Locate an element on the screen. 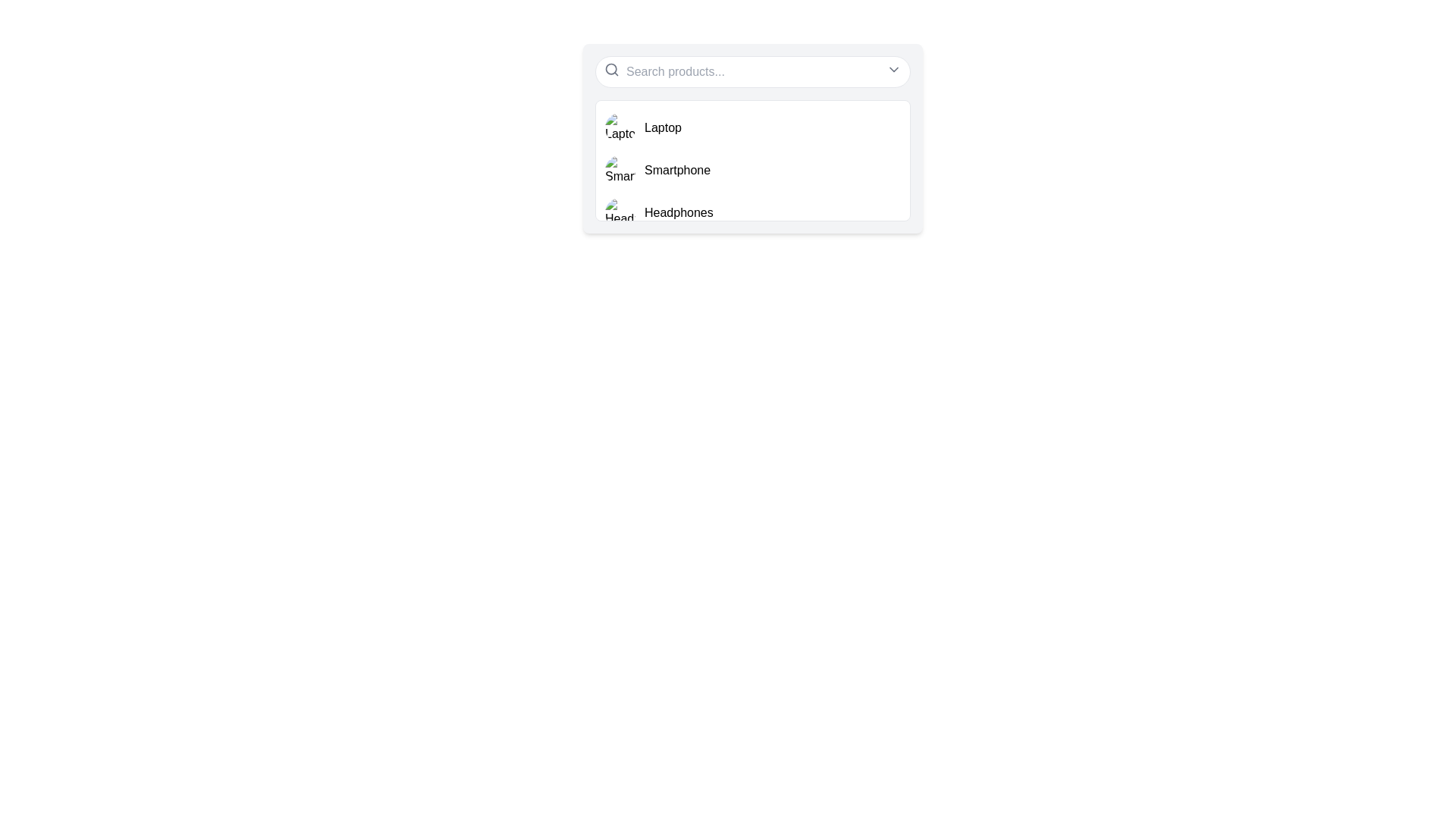  the 'Smartphone' text label, which is styled in bold medium gray and located in the dropdown menu of product categories is located at coordinates (676, 170).